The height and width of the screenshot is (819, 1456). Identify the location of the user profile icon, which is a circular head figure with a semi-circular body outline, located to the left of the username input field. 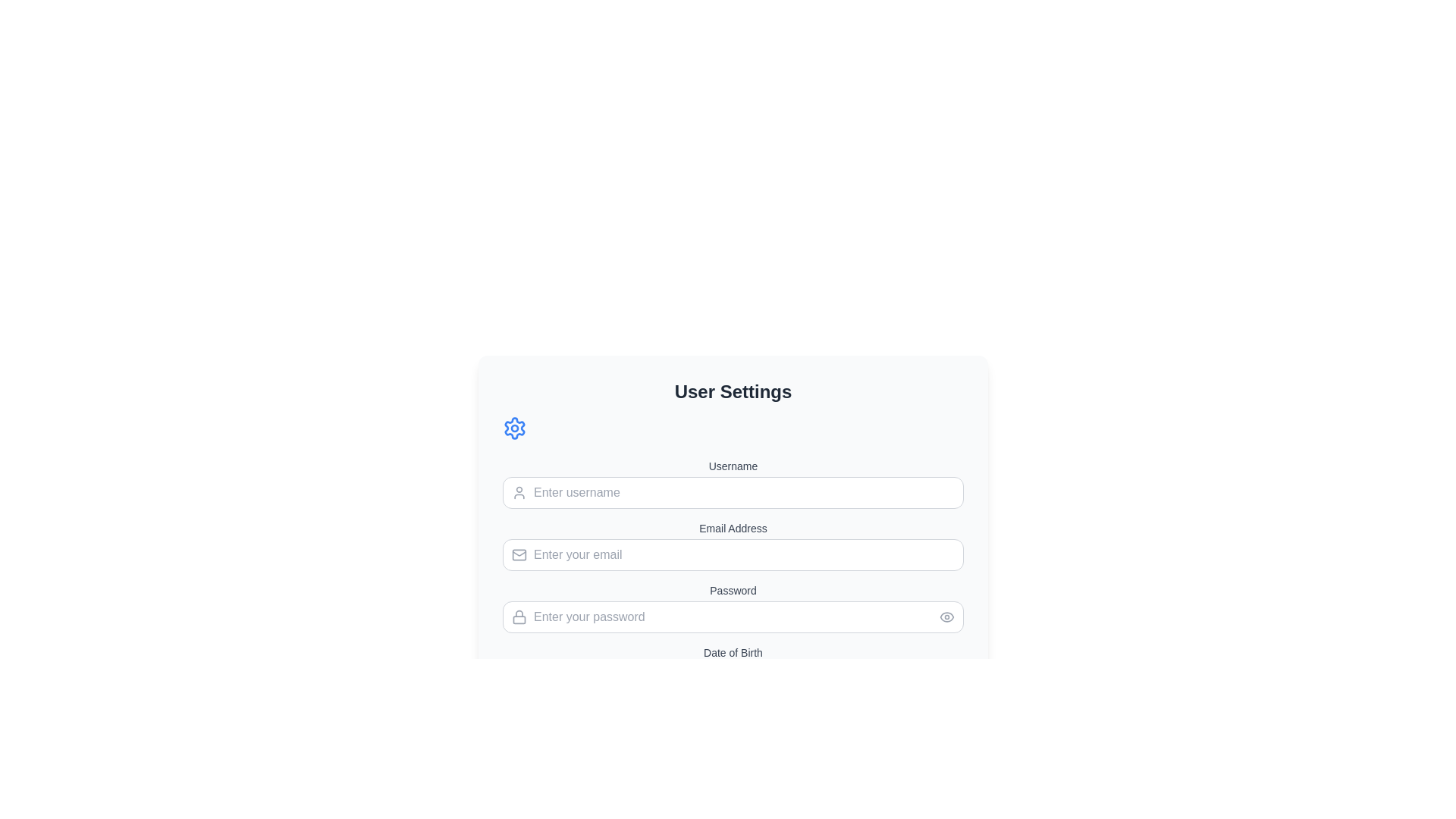
(519, 493).